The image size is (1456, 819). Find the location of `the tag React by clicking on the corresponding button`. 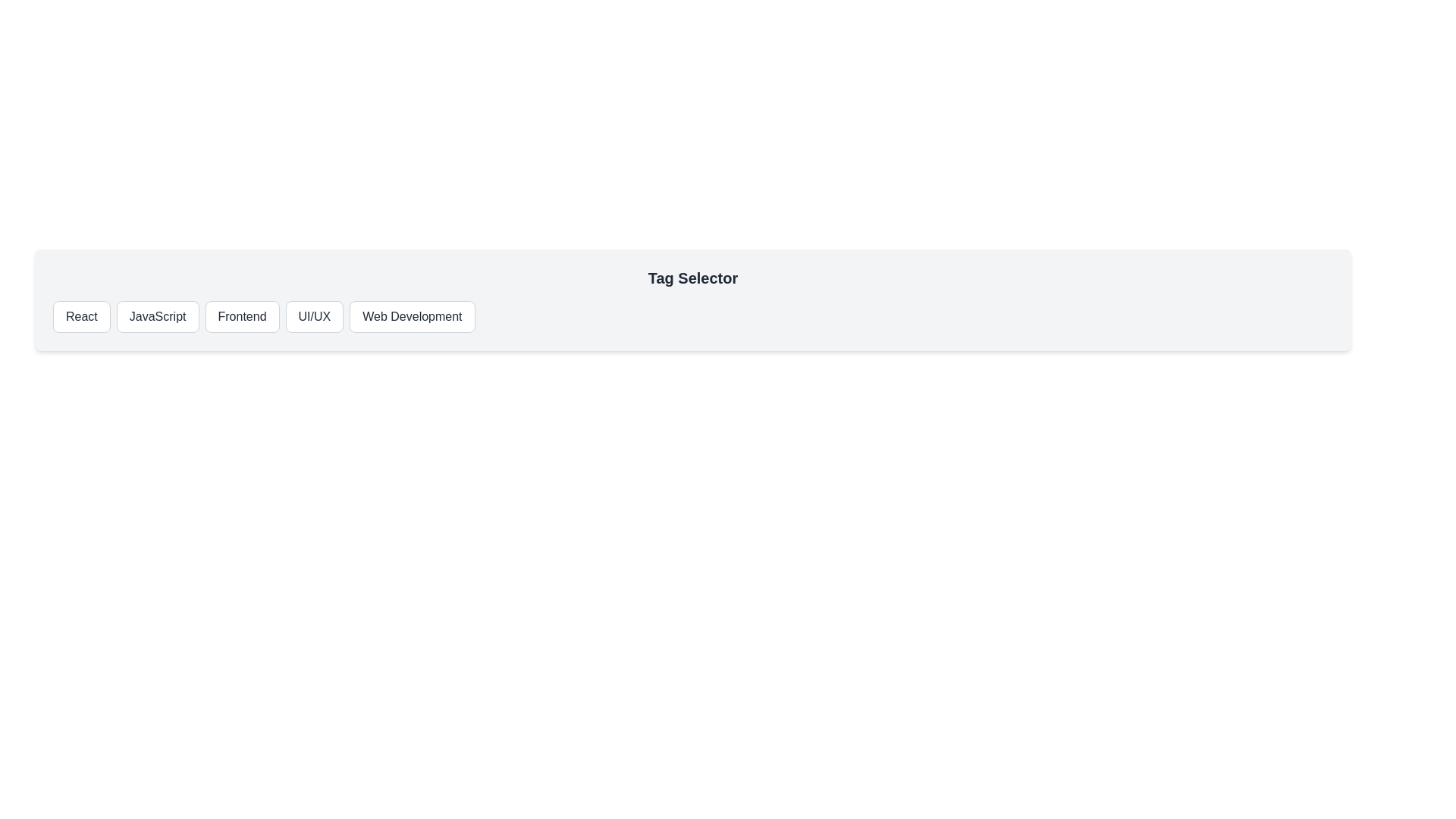

the tag React by clicking on the corresponding button is located at coordinates (80, 315).